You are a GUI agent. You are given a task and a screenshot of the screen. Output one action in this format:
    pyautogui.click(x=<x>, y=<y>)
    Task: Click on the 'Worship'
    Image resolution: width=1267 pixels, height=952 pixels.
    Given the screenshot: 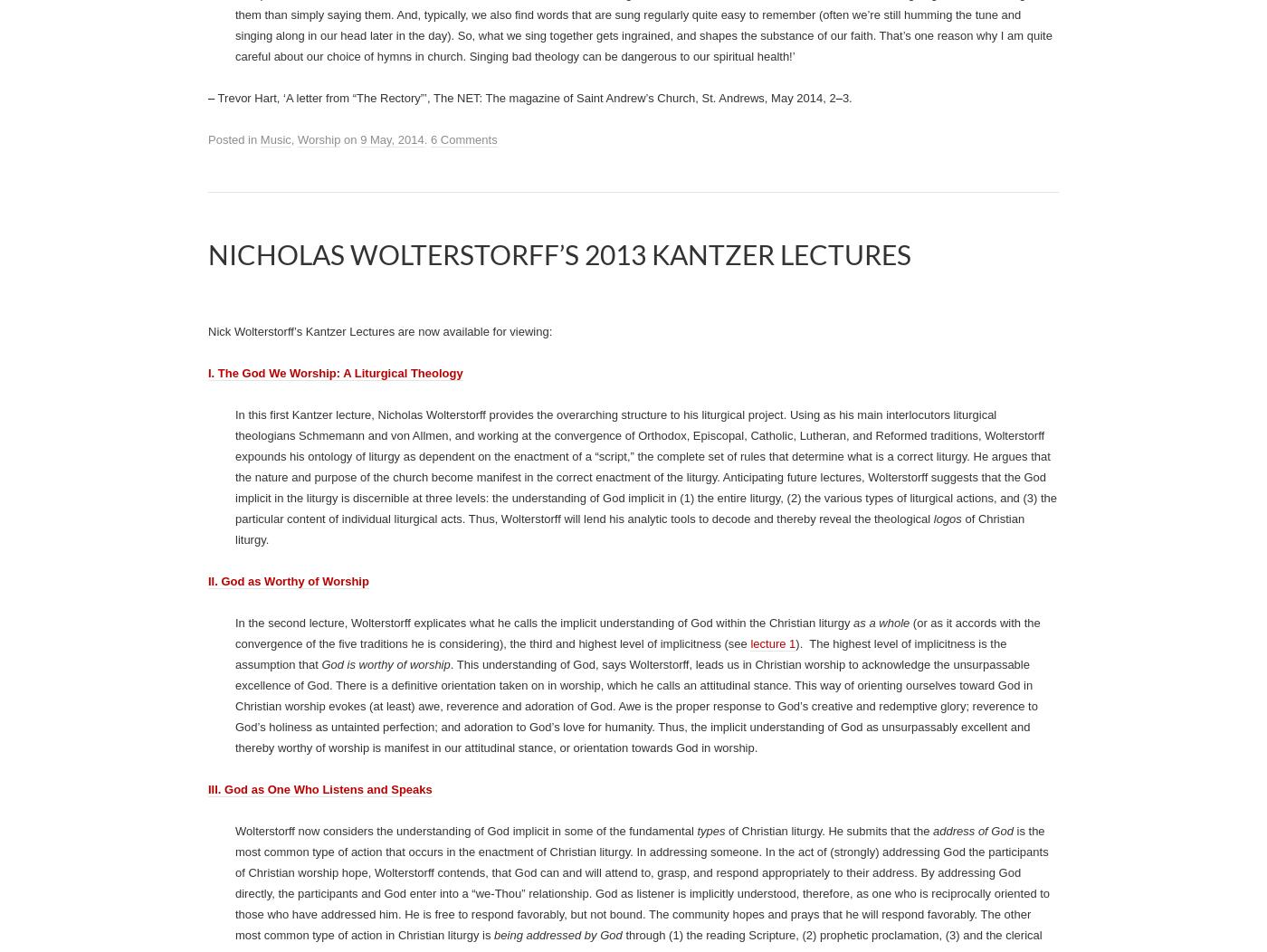 What is the action you would take?
    pyautogui.click(x=319, y=426)
    